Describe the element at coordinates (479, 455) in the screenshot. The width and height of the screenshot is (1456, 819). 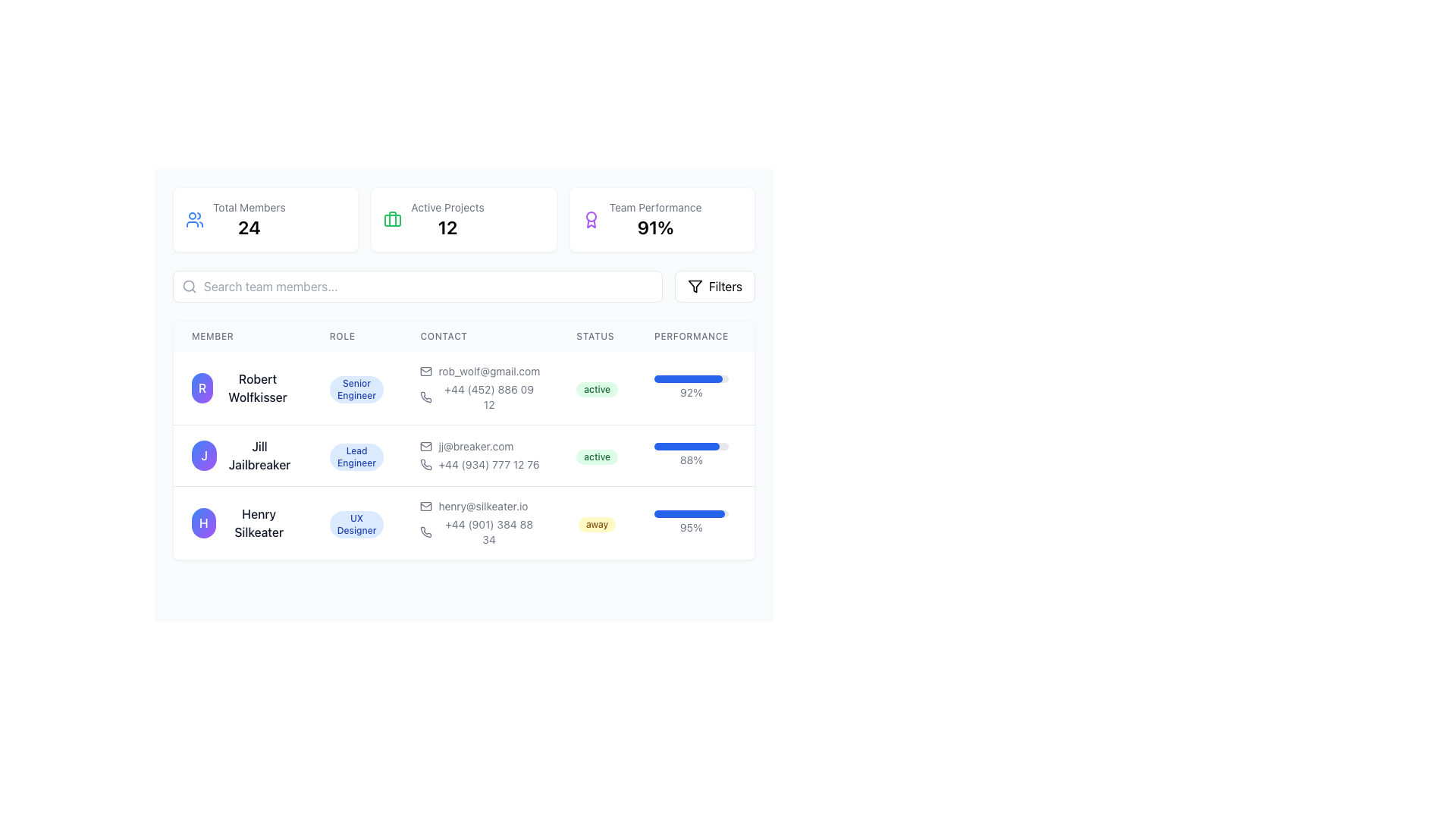
I see `the email address 'jj@breaker.com' in the Contact information display for Jill Jailbreaker, which is located in the second row of the Contact column` at that location.